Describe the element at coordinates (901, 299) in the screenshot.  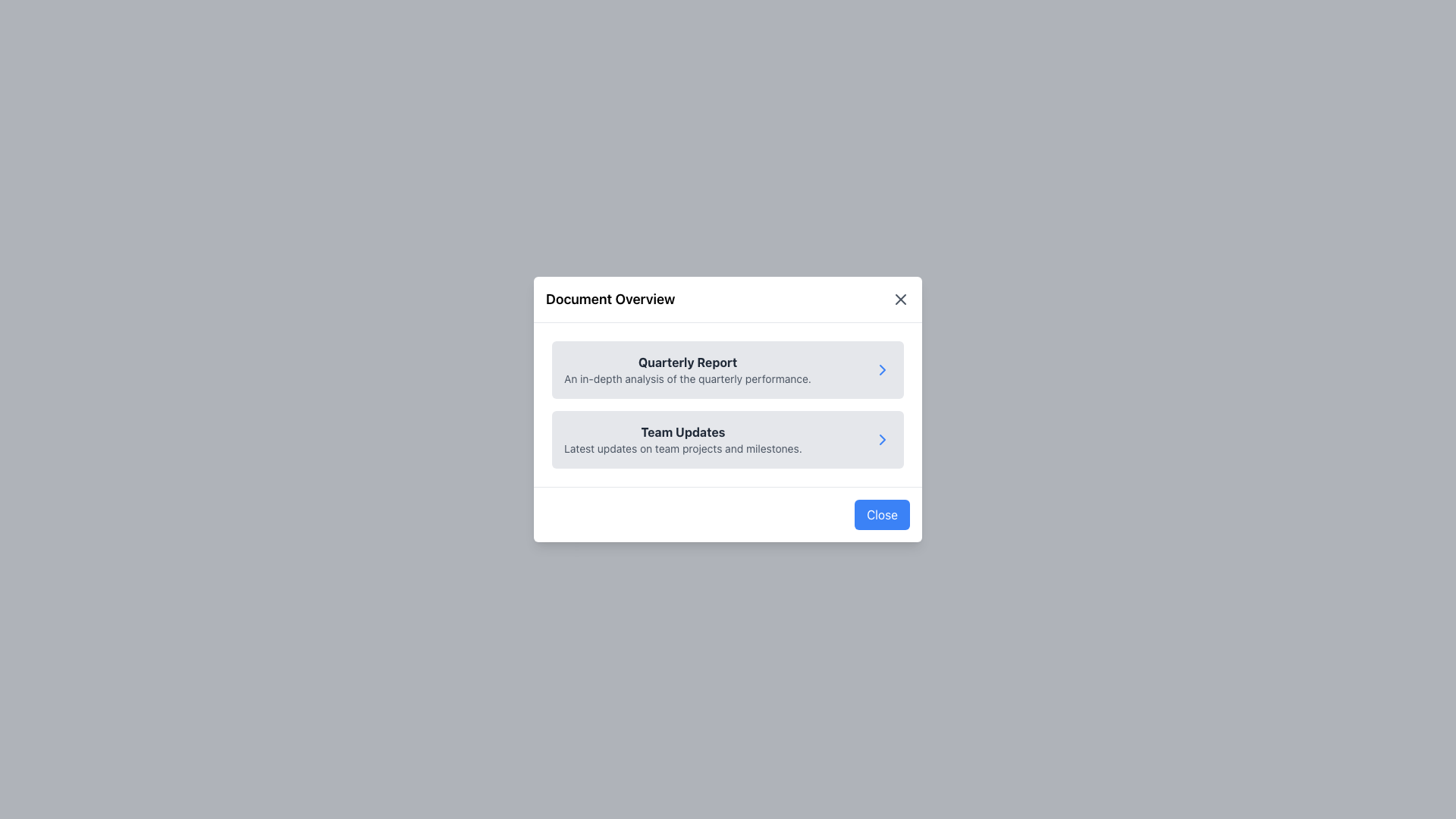
I see `the close icon located at the top-right corner of the modal header` at that location.